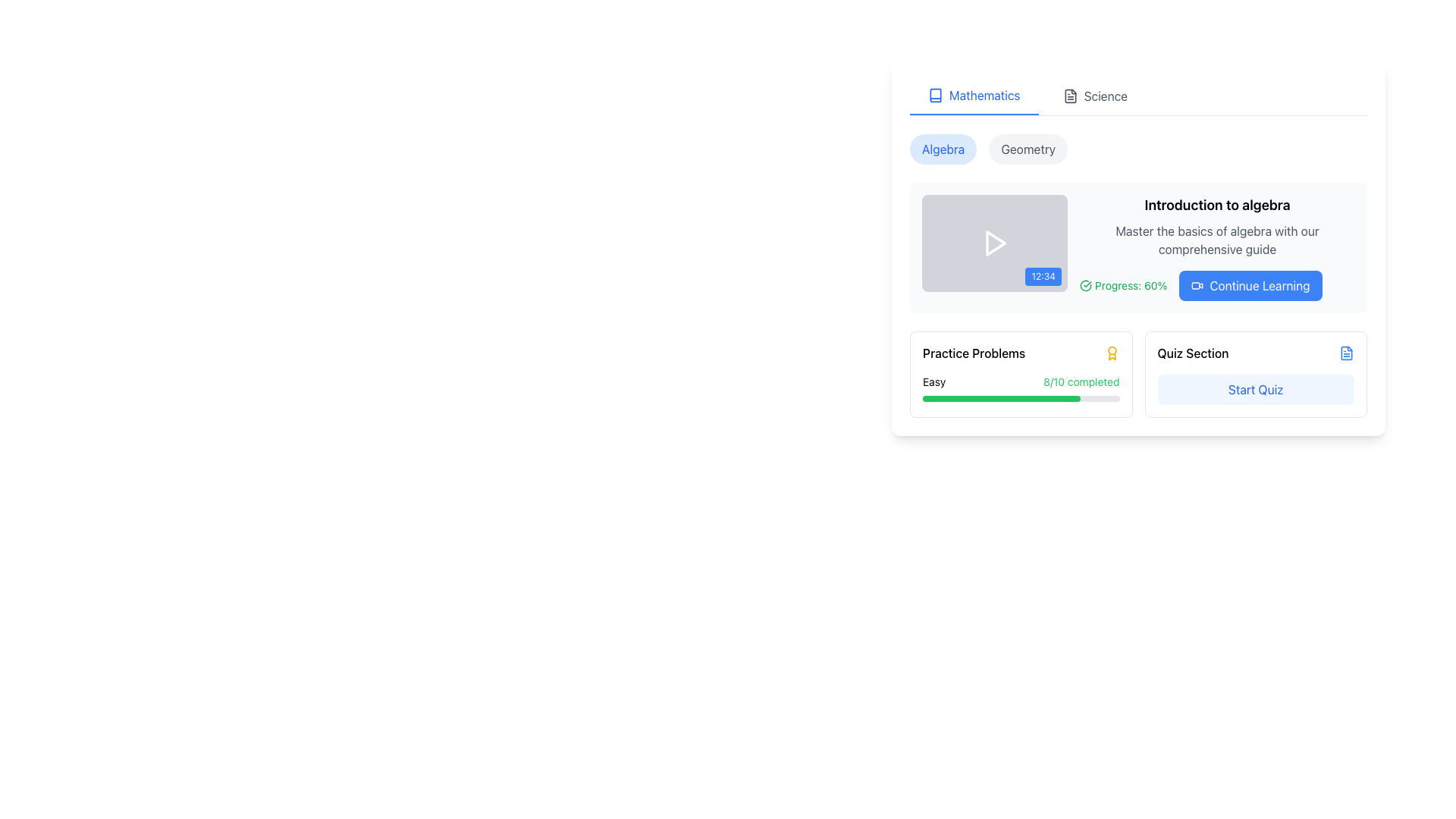 The width and height of the screenshot is (1456, 819). Describe the element at coordinates (1021, 388) in the screenshot. I see `the Progress Tracker that shows the completion progress of the 'Easy' task, located at the bottom of the 'Practice Problems' card` at that location.